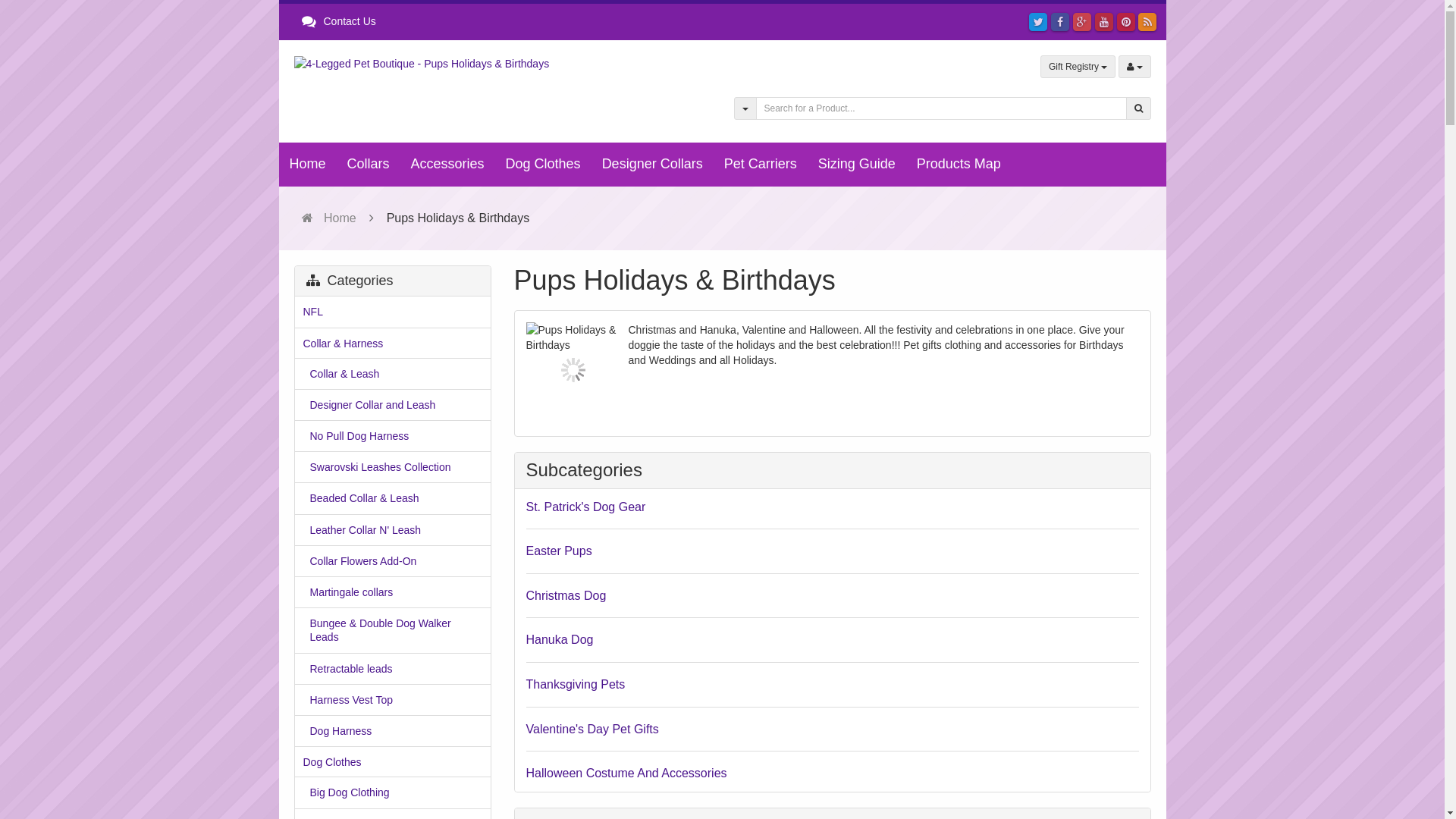 The width and height of the screenshot is (1456, 819). What do you see at coordinates (392, 403) in the screenshot?
I see `'Designer Collar and Leash'` at bounding box center [392, 403].